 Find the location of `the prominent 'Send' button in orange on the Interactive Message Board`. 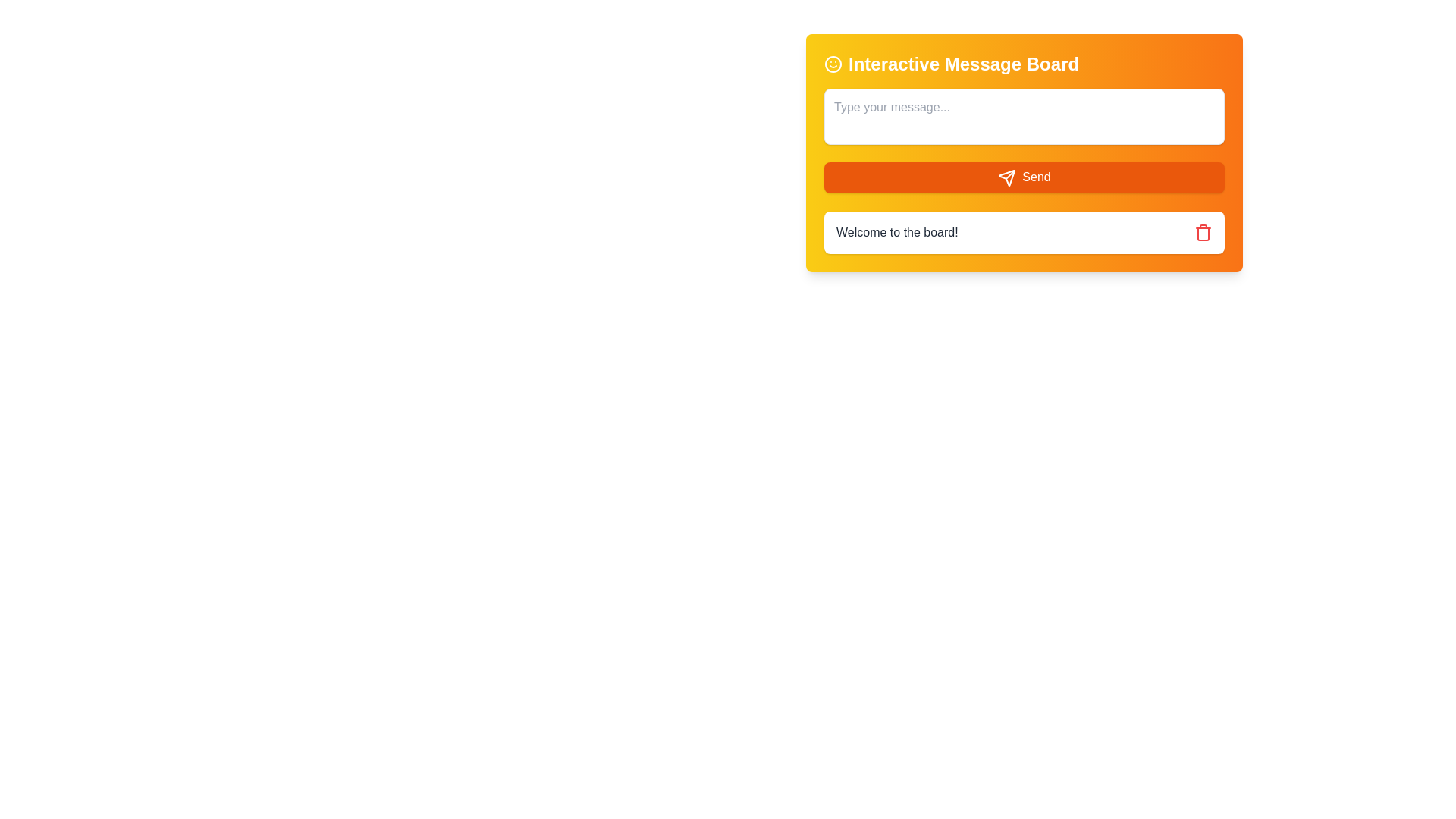

the prominent 'Send' button in orange on the Interactive Message Board is located at coordinates (1024, 166).